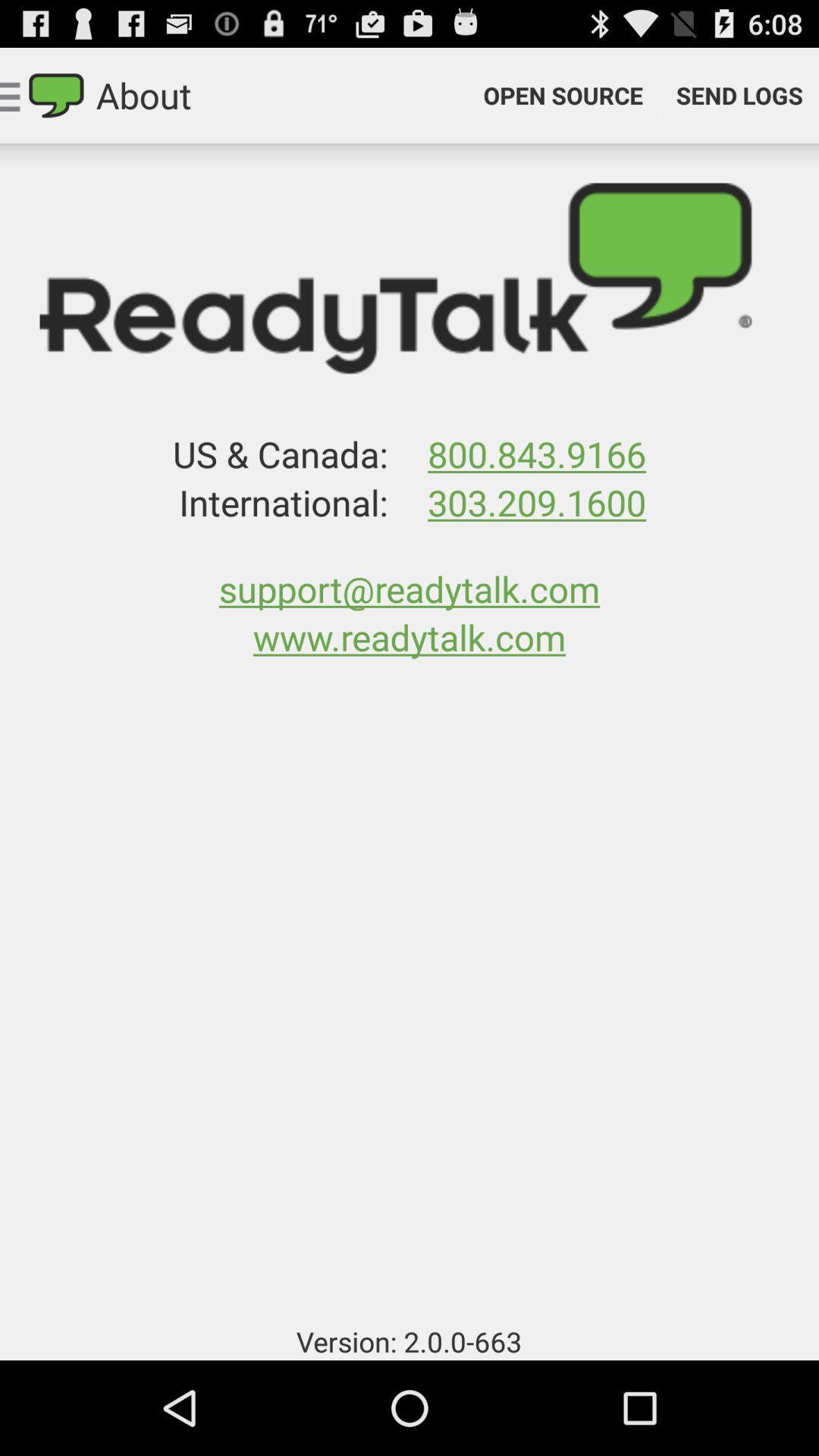 This screenshot has height=1456, width=819. Describe the element at coordinates (563, 94) in the screenshot. I see `the open source icon` at that location.